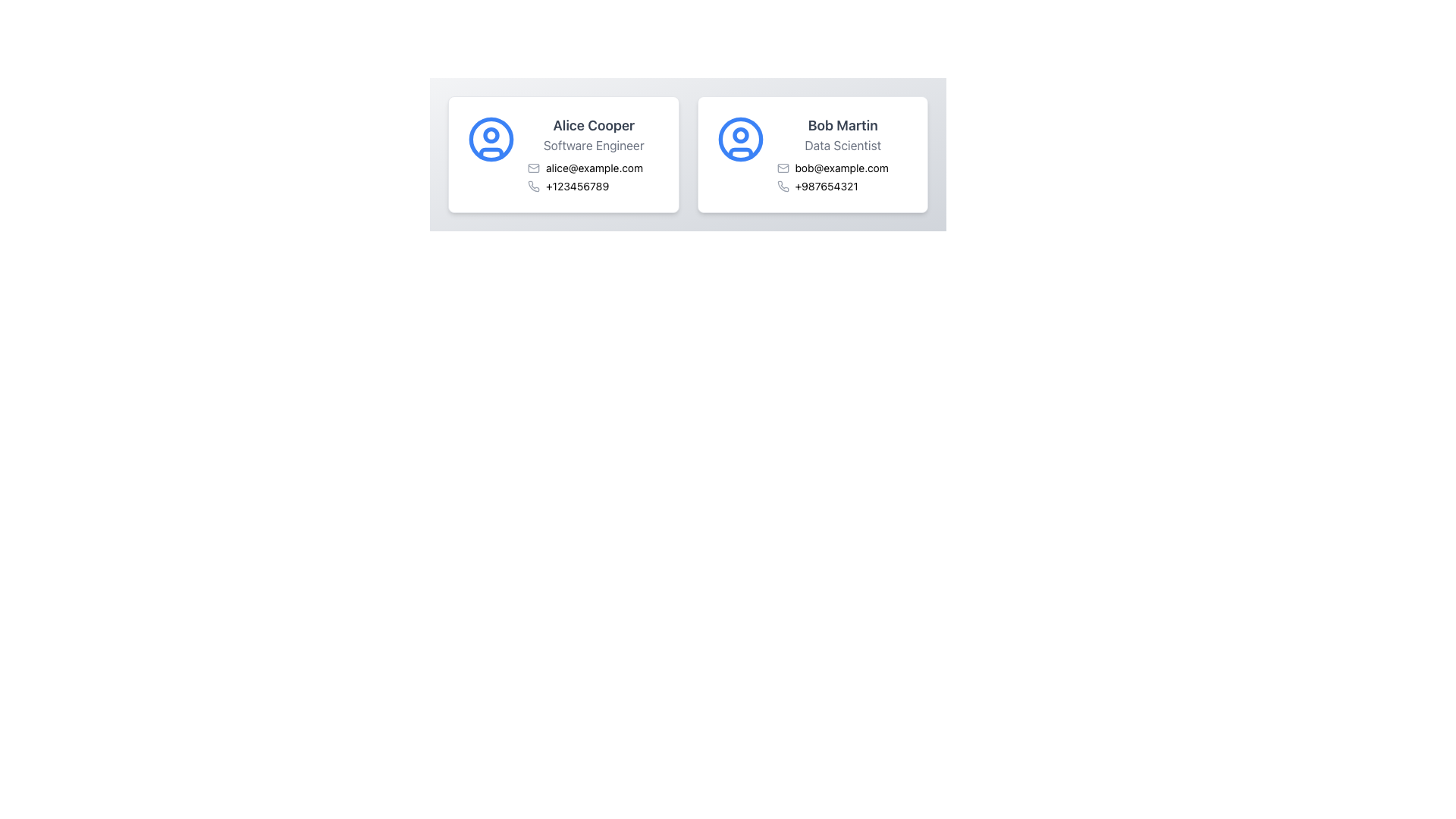 The width and height of the screenshot is (1456, 819). I want to click on the decorative circular shape that represents the user avatar for 'Alice Cooper' in the top-left section of the contact card, so click(491, 140).